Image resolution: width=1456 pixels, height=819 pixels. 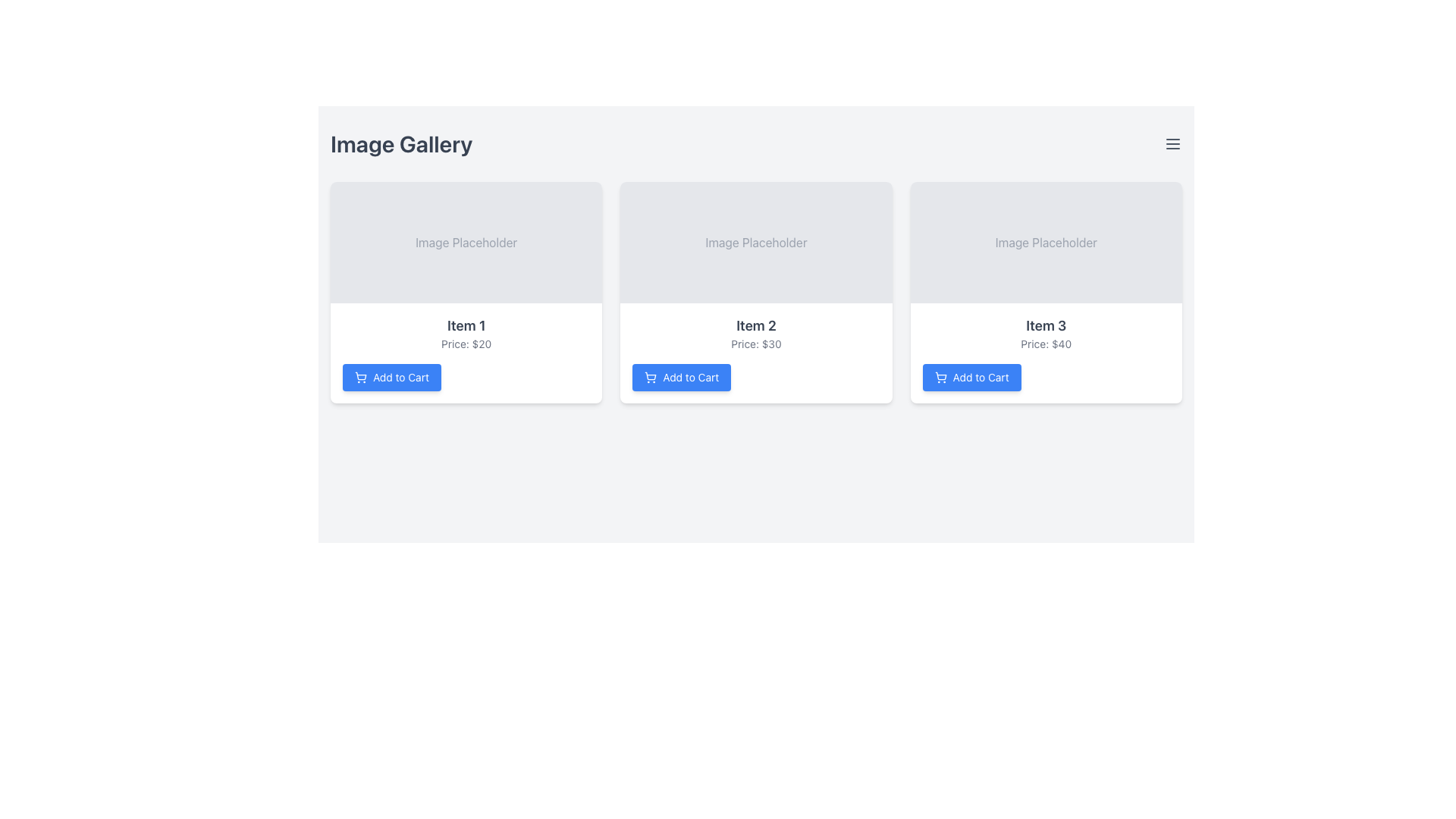 What do you see at coordinates (940, 376) in the screenshot?
I see `the shopping cart icon located on the 'Add to Cart' button under 'Item 3'` at bounding box center [940, 376].